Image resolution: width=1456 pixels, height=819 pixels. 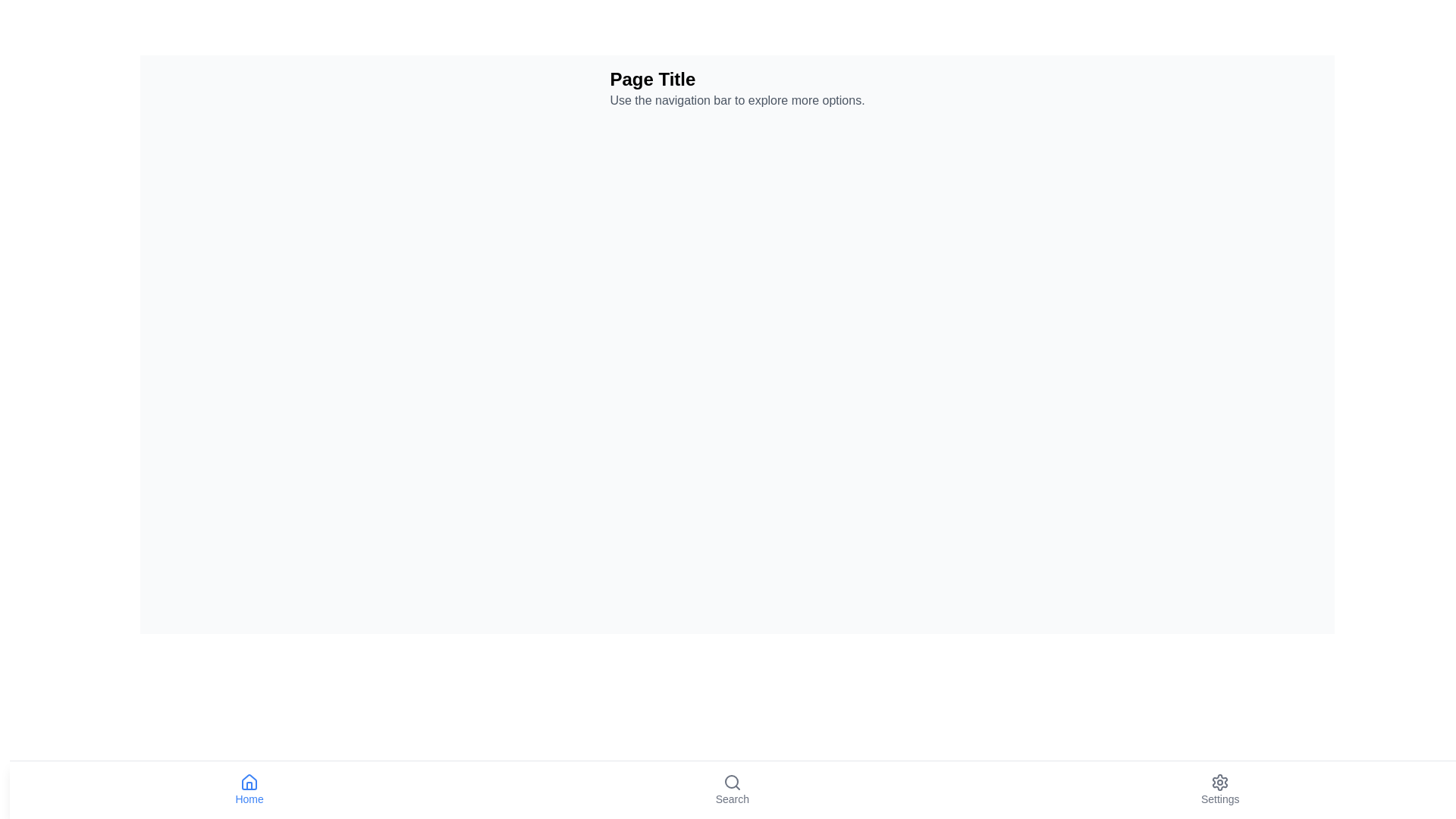 I want to click on the search button icon located in the center of the bottom navigation bar, so click(x=732, y=783).